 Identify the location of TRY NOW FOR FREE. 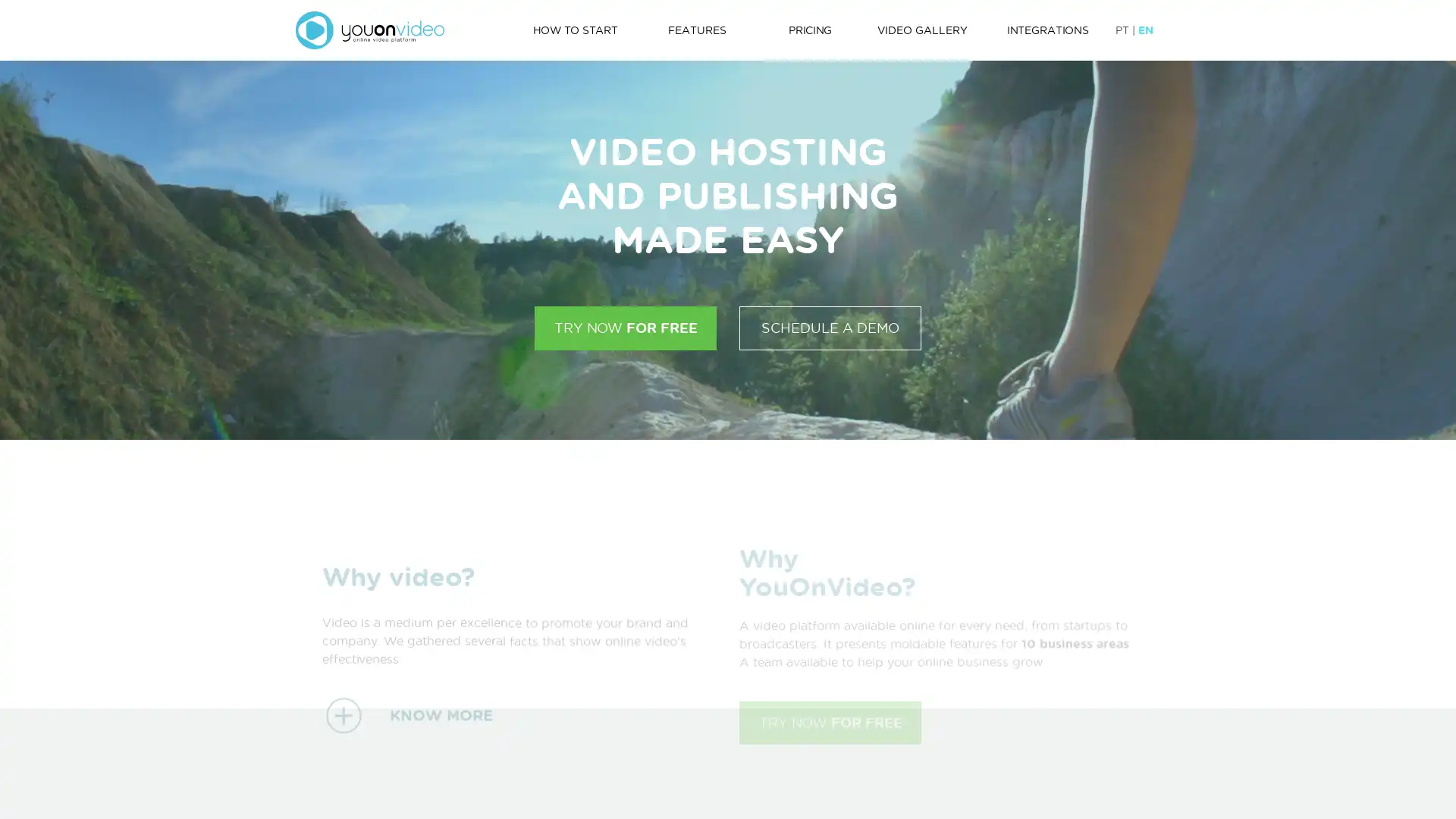
(829, 666).